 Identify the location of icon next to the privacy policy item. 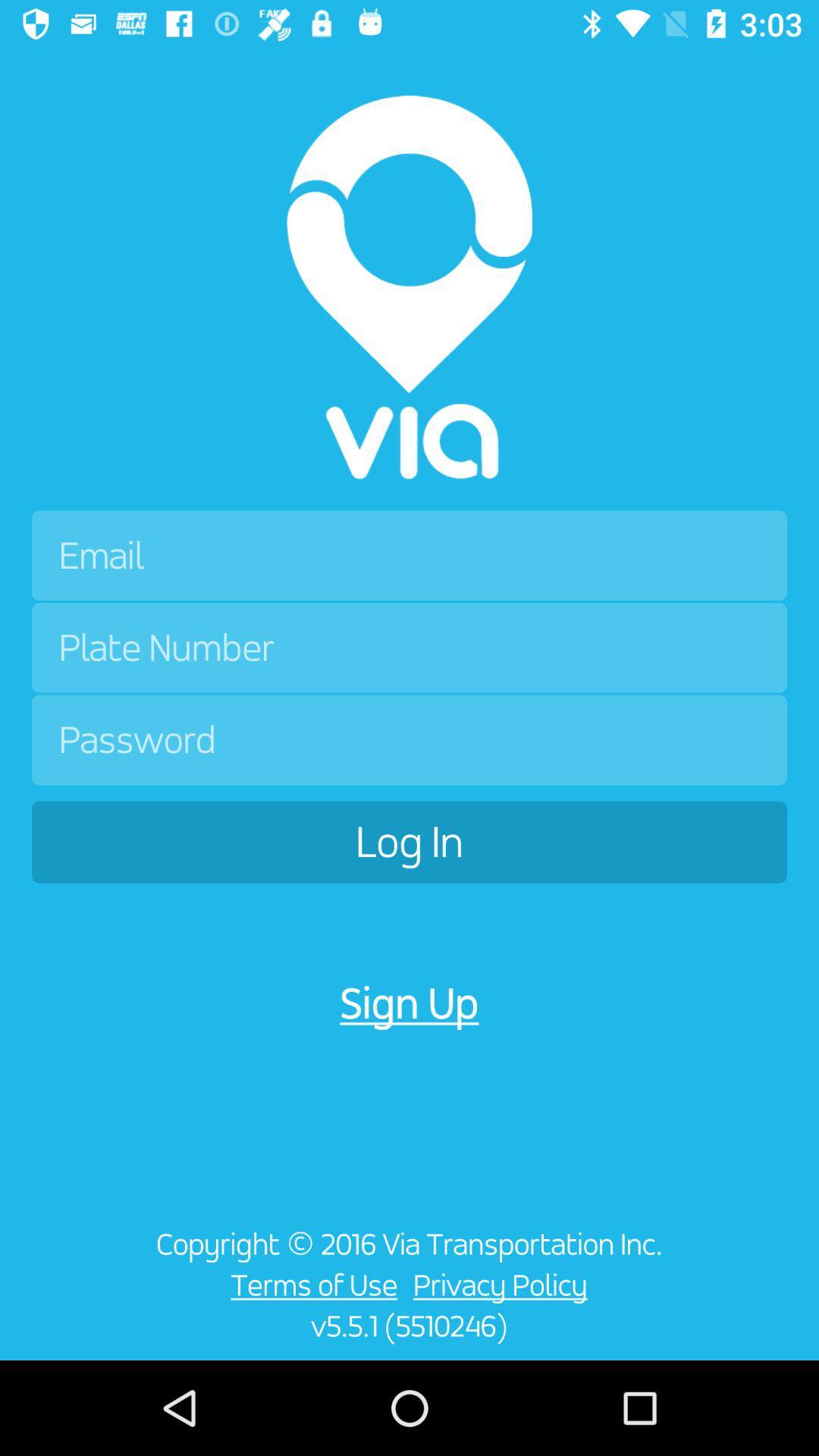
(309, 1284).